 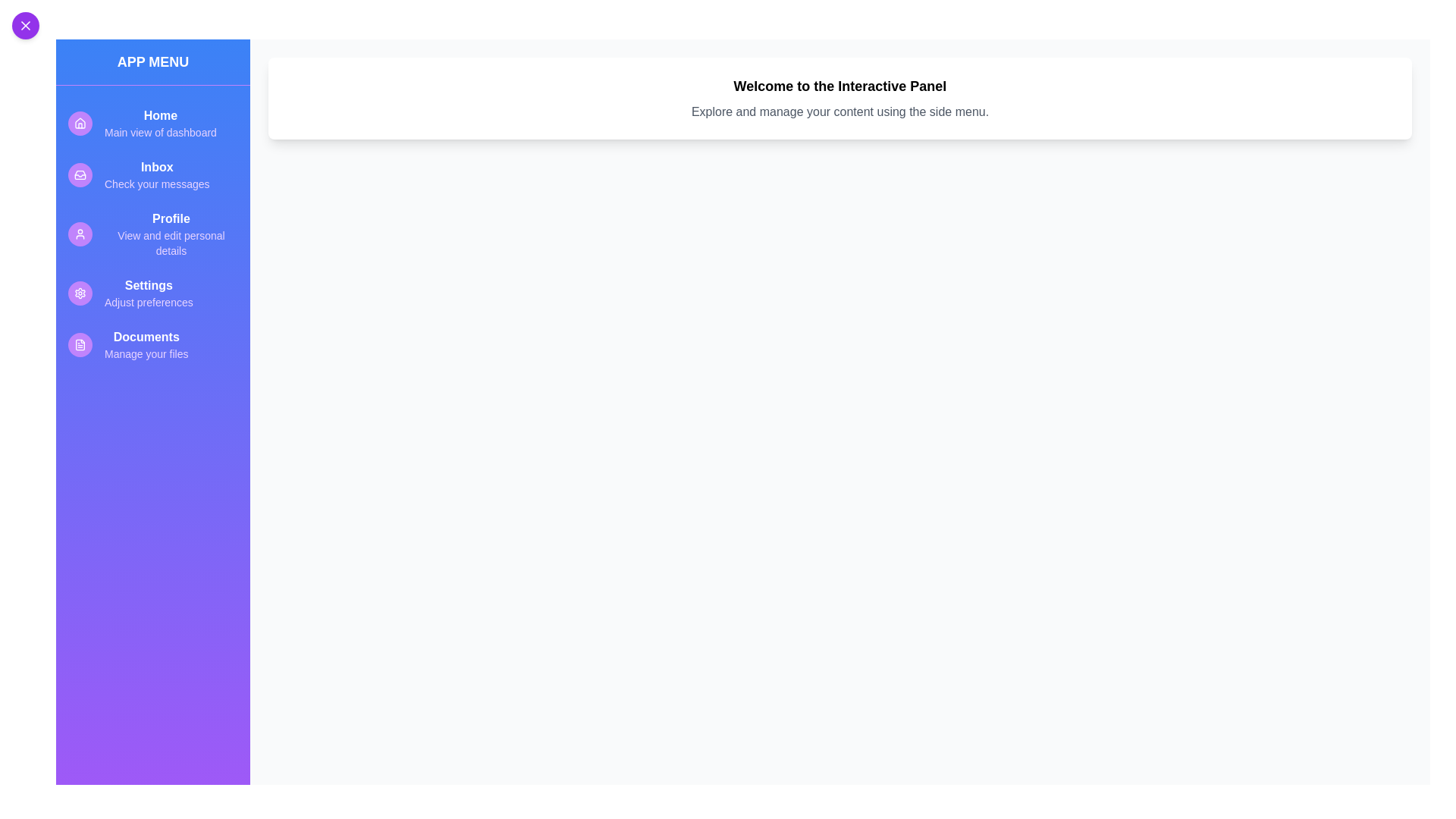 I want to click on the main panel to focus on it, so click(x=839, y=99).